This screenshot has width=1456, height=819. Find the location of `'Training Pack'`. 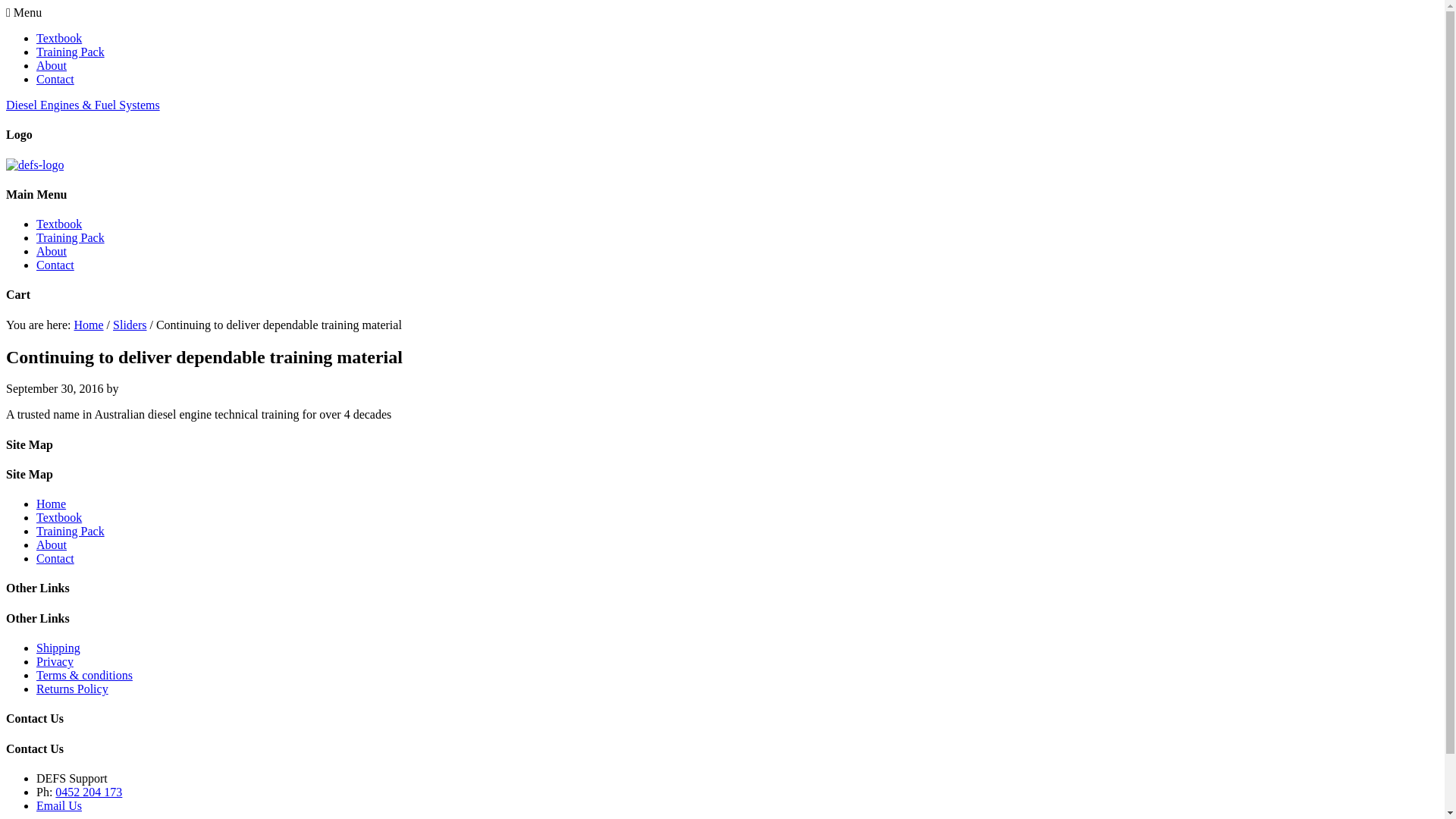

'Training Pack' is located at coordinates (36, 237).